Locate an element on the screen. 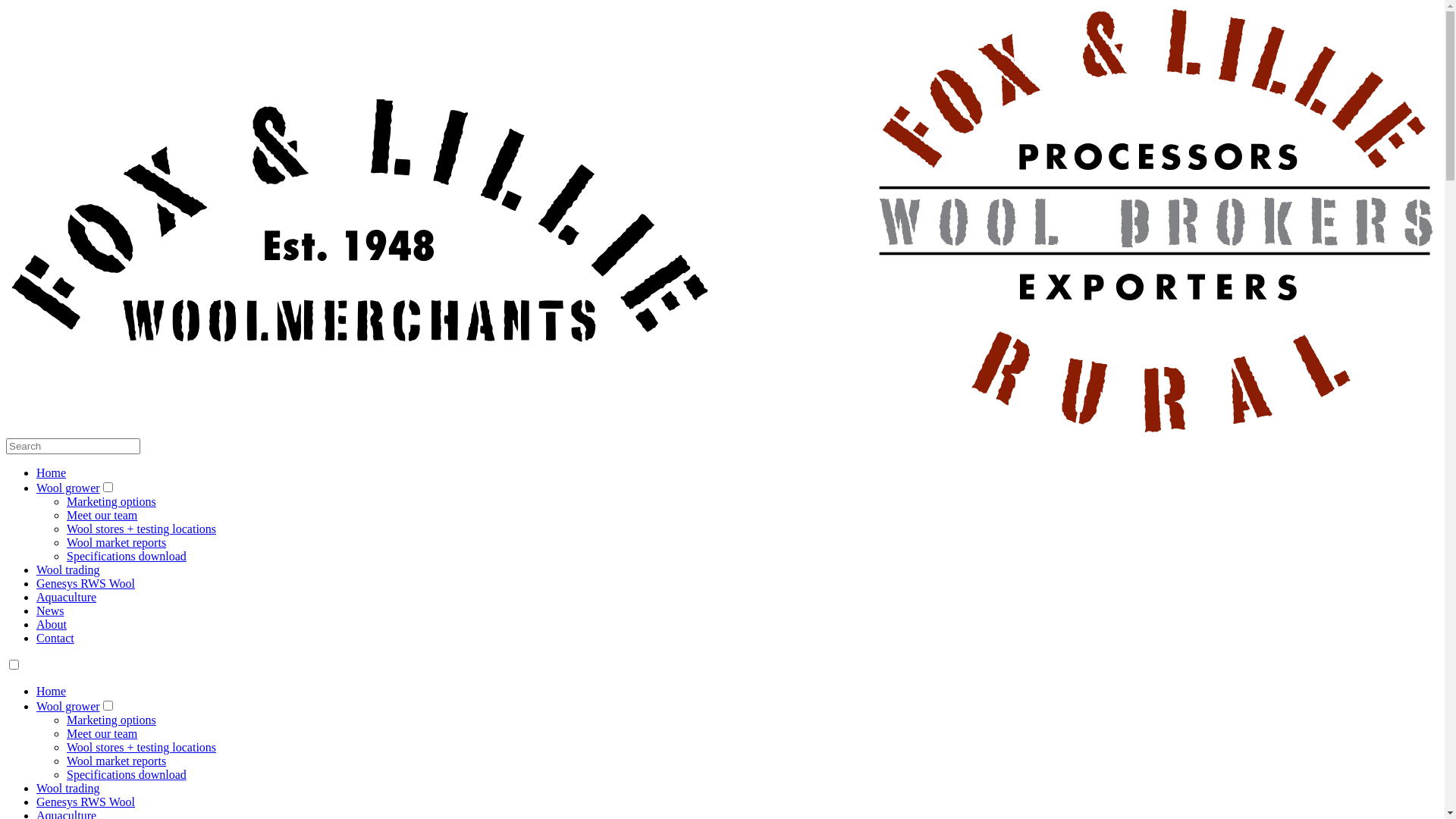 This screenshot has width=1456, height=819. 'Wool grower' is located at coordinates (67, 706).